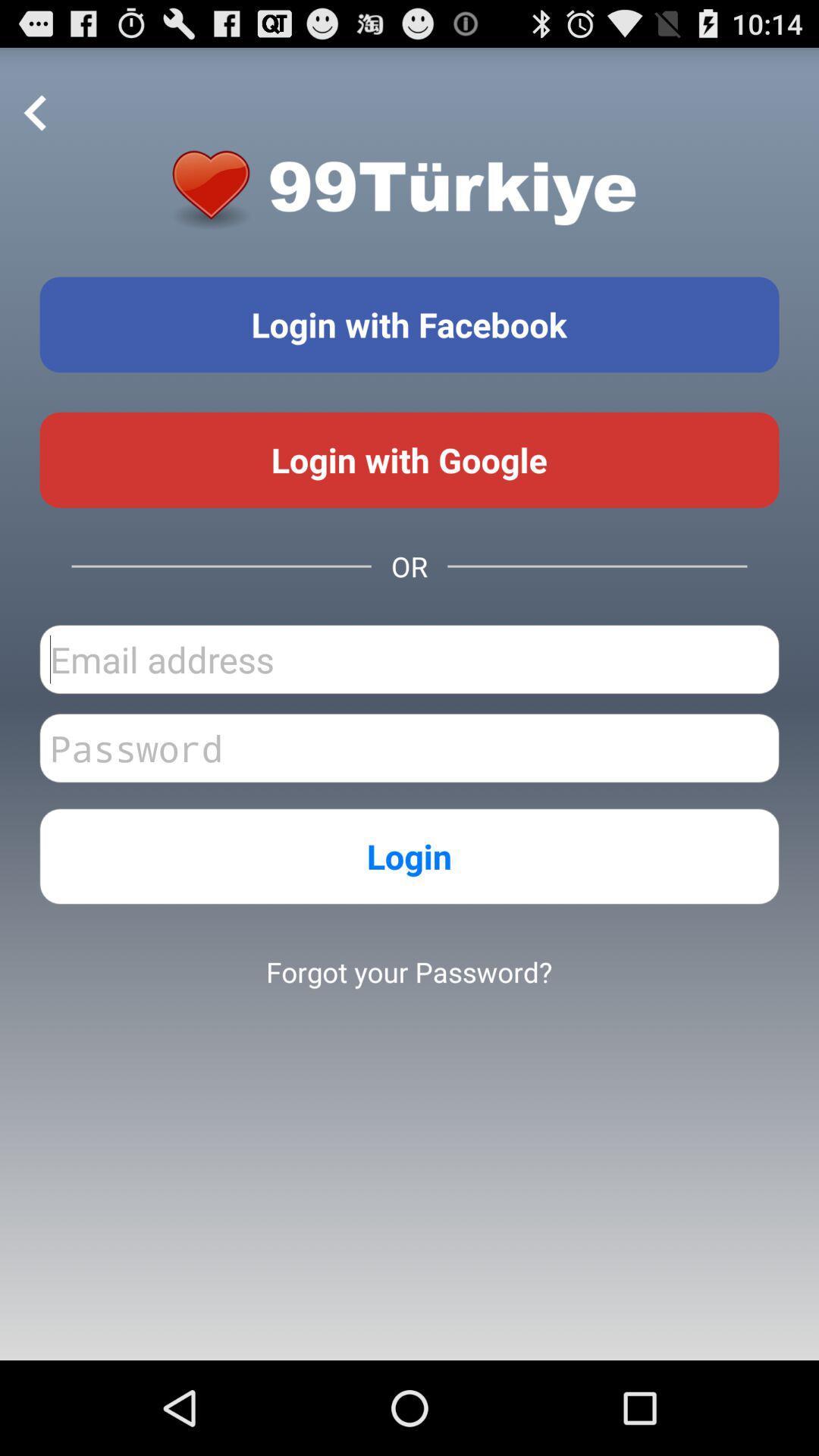  I want to click on email address login space, so click(409, 659).